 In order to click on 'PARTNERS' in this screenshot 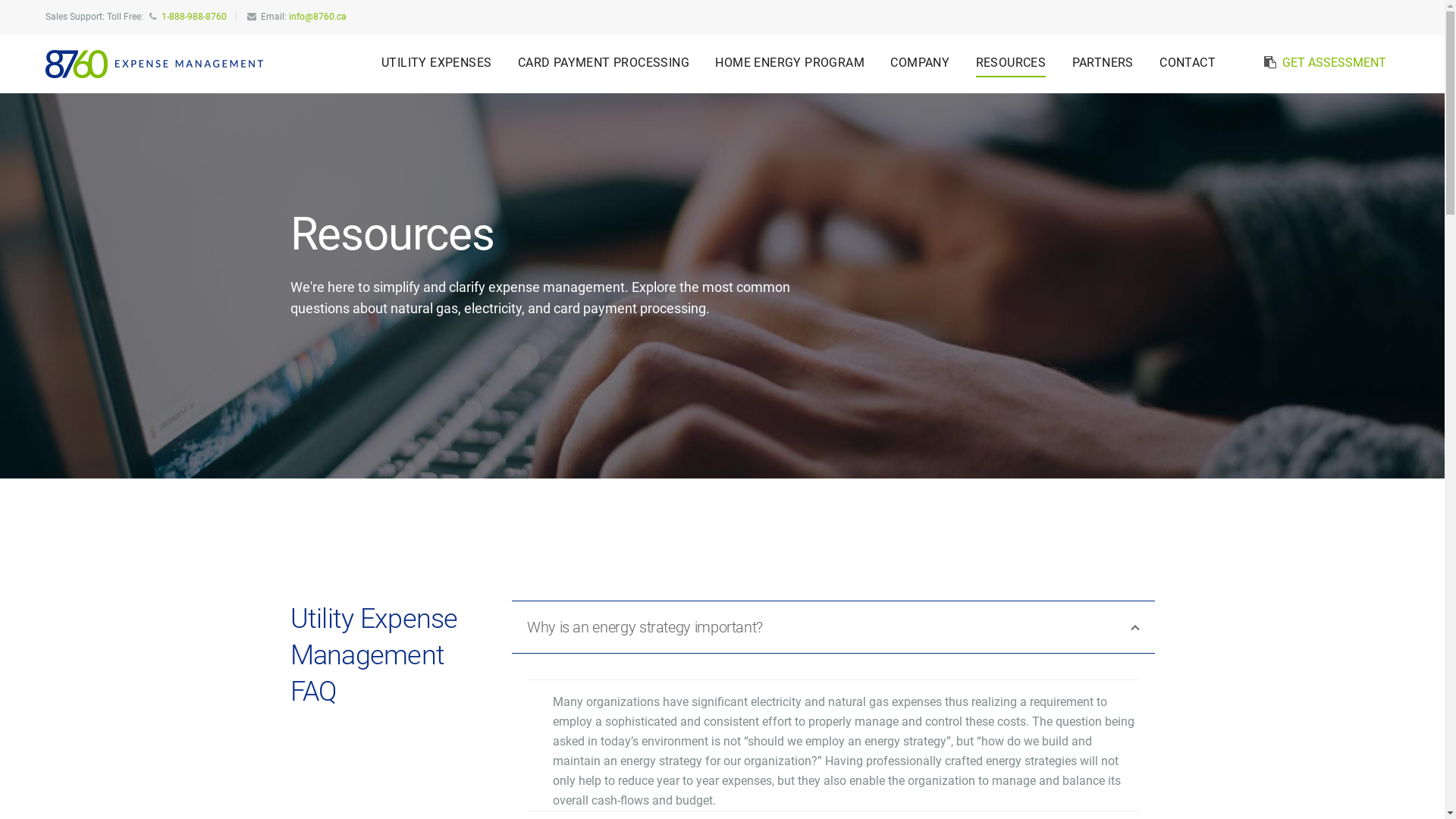, I will do `click(1103, 62)`.